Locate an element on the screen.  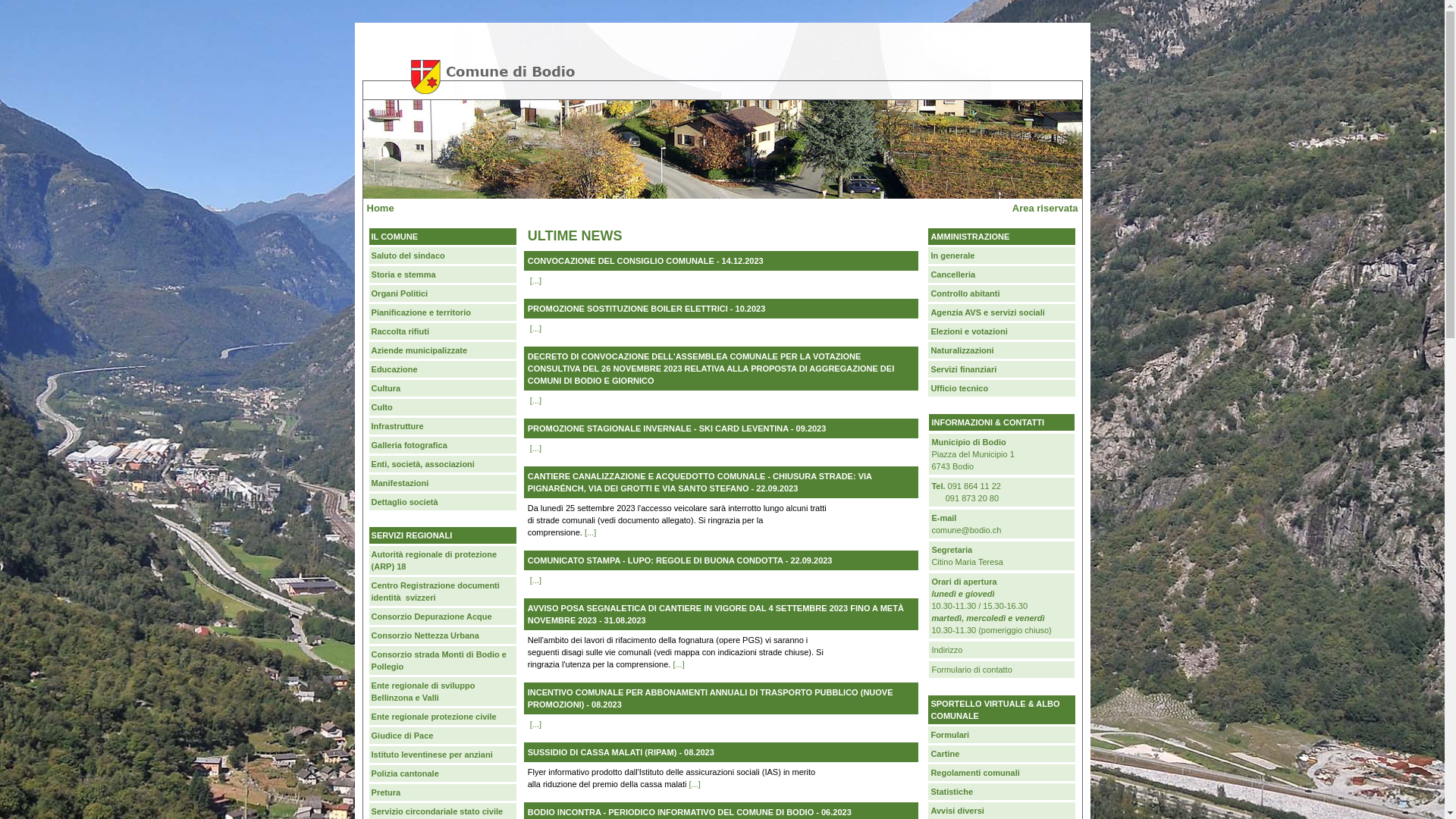
'Home' is located at coordinates (367, 208).